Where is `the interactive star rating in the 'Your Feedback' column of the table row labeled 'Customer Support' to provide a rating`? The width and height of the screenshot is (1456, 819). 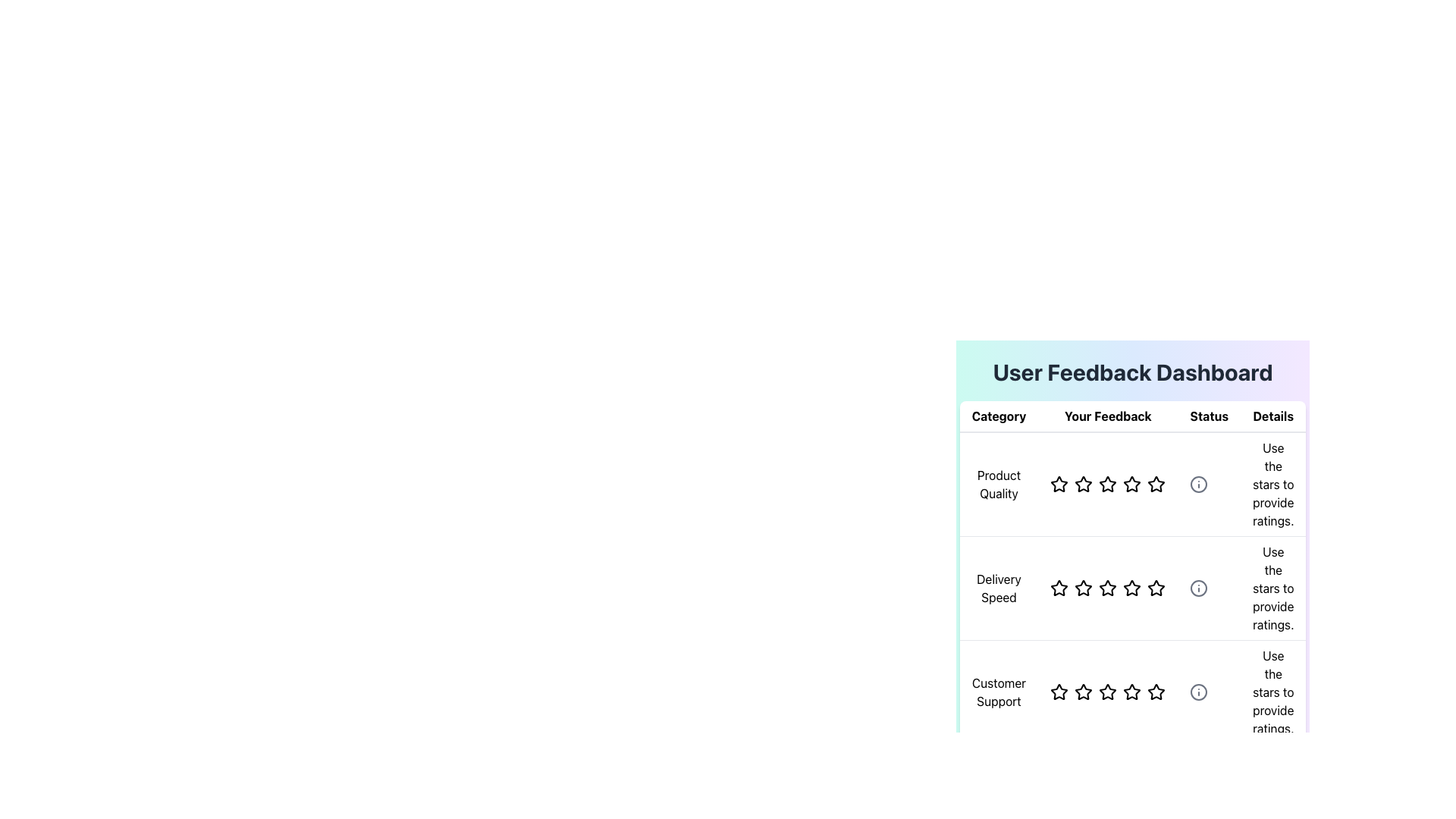
the interactive star rating in the 'Your Feedback' column of the table row labeled 'Customer Support' to provide a rating is located at coordinates (1132, 692).